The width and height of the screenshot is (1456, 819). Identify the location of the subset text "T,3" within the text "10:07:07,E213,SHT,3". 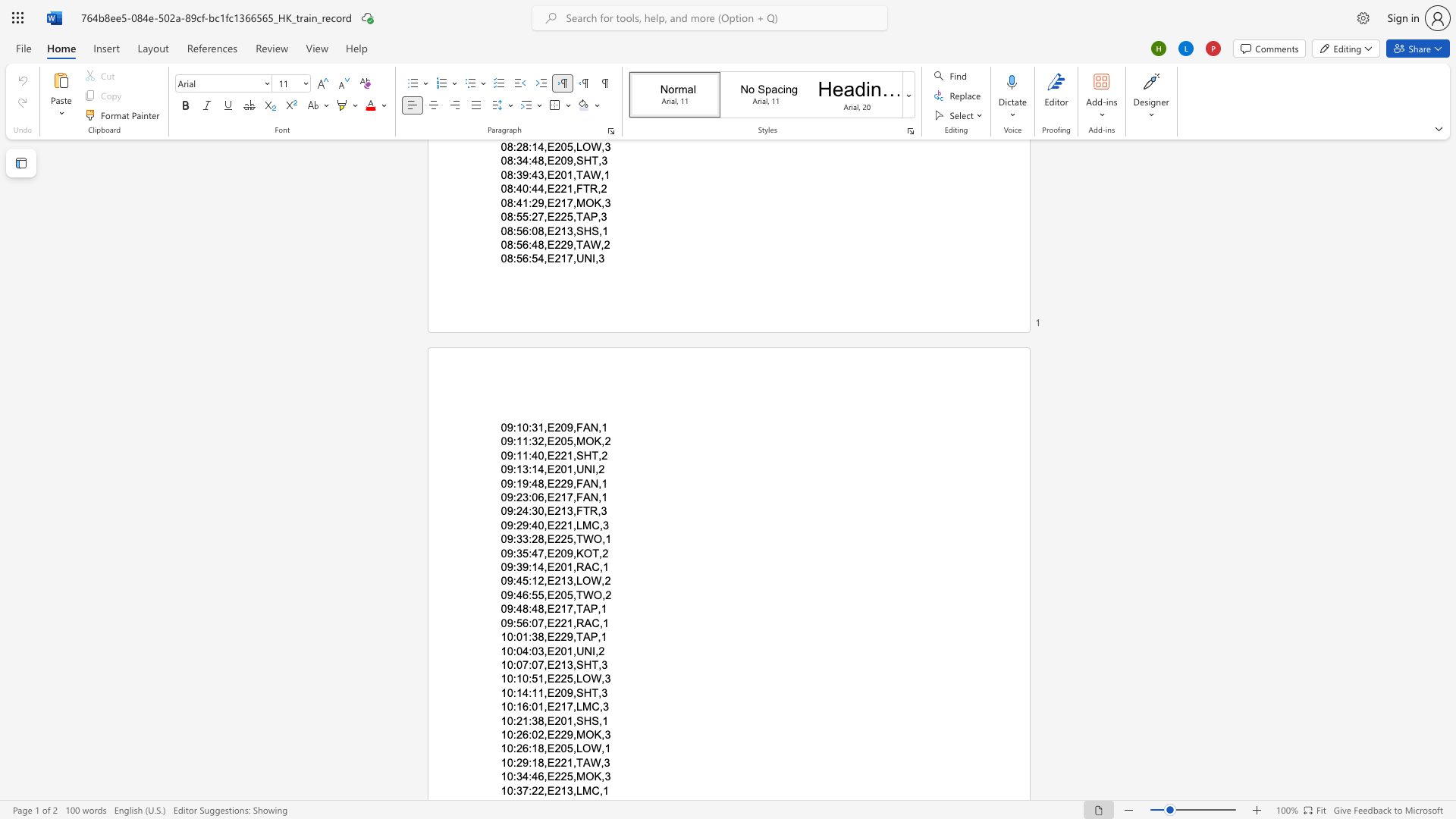
(591, 664).